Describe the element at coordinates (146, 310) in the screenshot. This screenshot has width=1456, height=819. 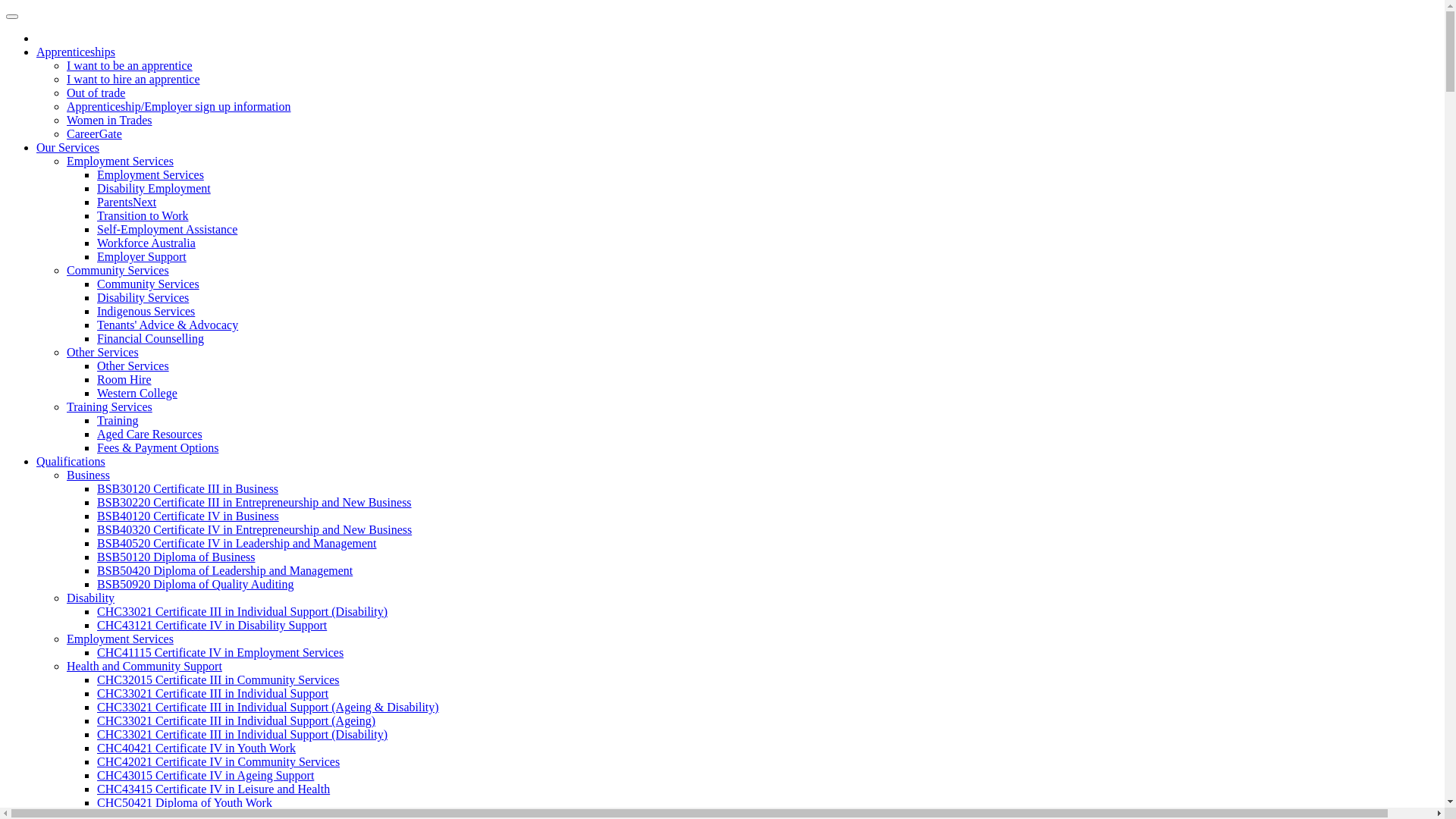
I see `'Indigenous Services'` at that location.